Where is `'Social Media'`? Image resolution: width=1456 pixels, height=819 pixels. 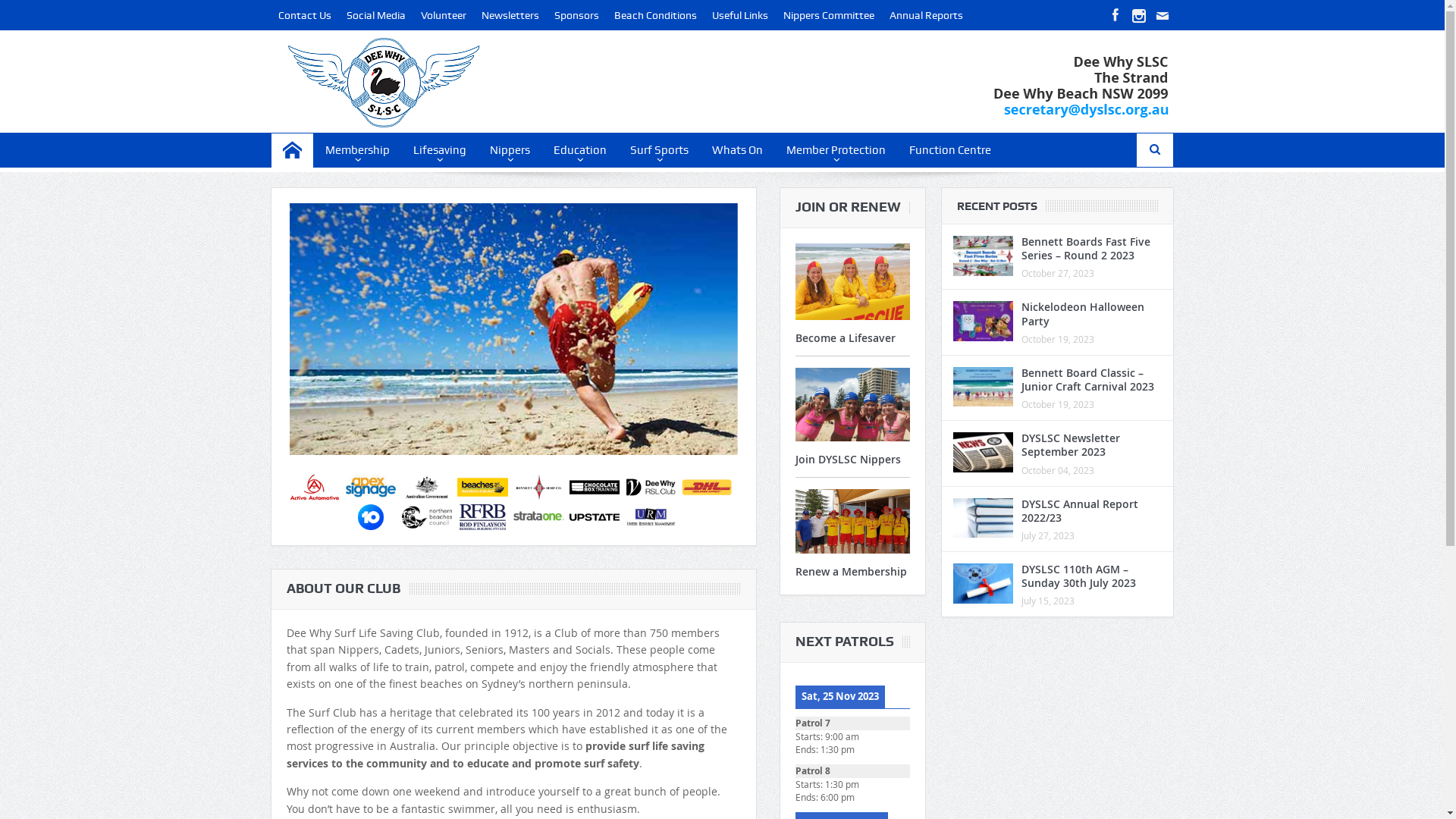
'Social Media' is located at coordinates (375, 14).